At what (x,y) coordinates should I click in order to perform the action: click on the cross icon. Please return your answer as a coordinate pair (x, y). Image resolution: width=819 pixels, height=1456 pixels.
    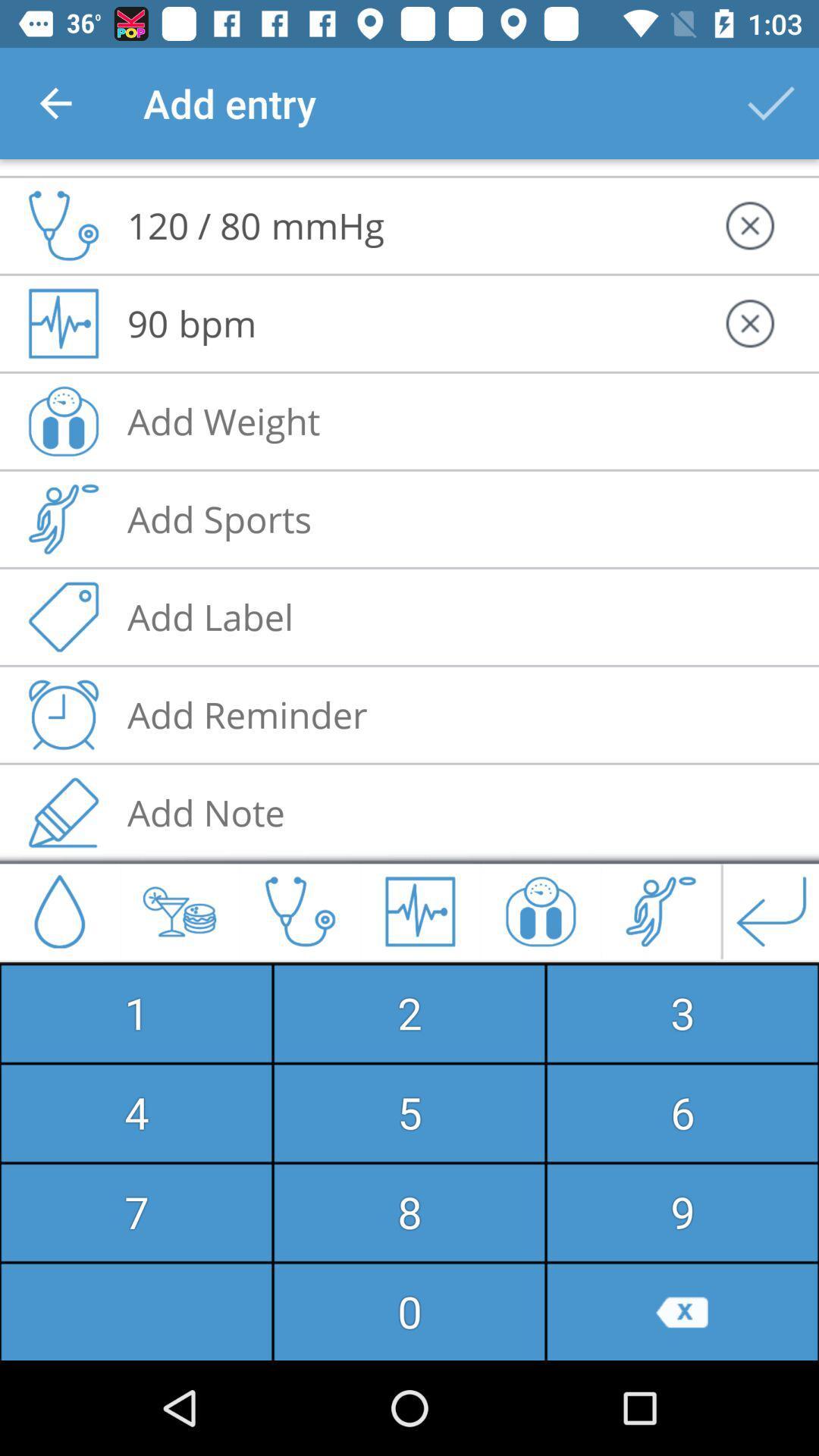
    Looking at the image, I should click on (748, 196).